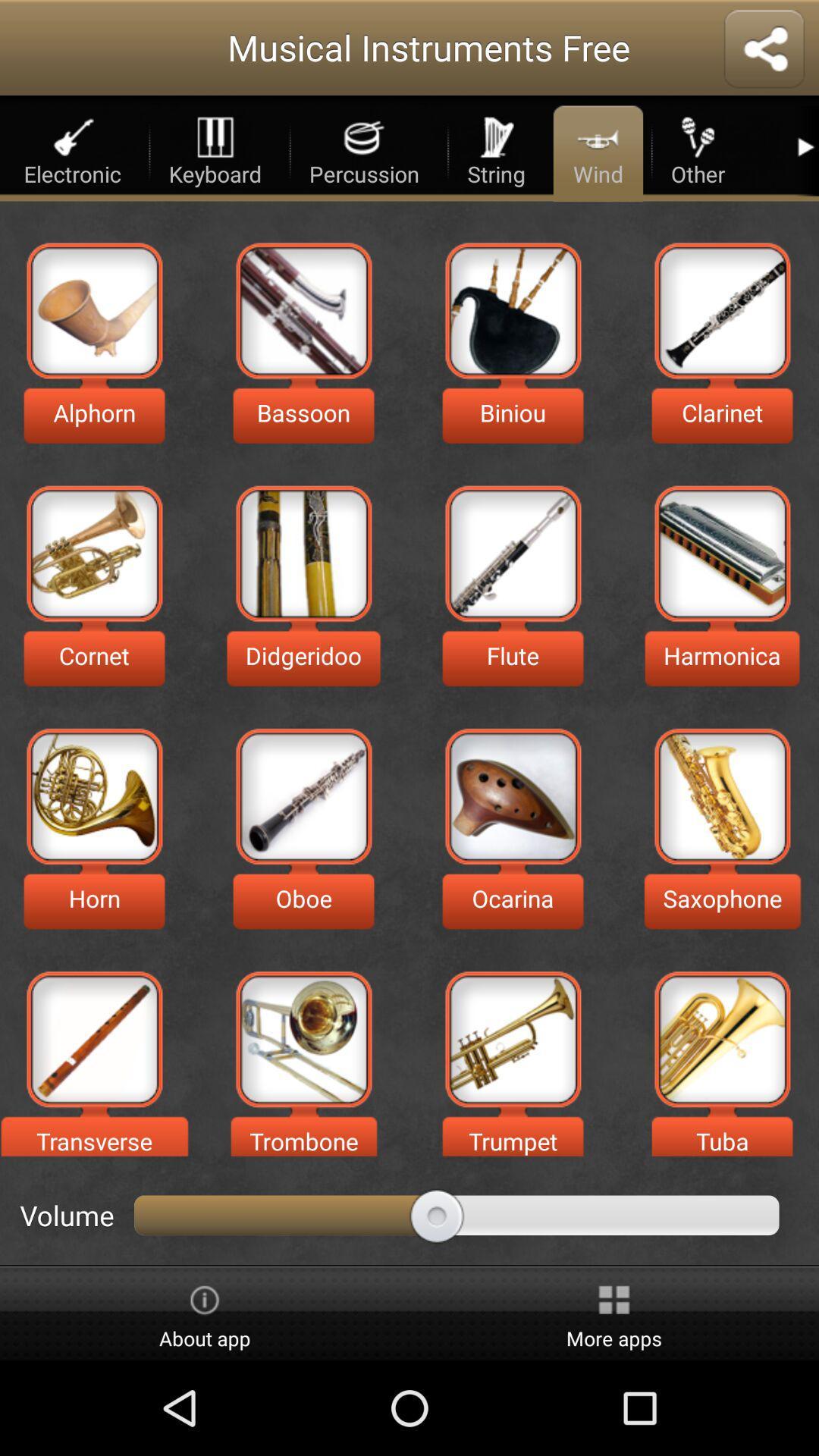  What do you see at coordinates (721, 795) in the screenshot?
I see `listen to saxophone` at bounding box center [721, 795].